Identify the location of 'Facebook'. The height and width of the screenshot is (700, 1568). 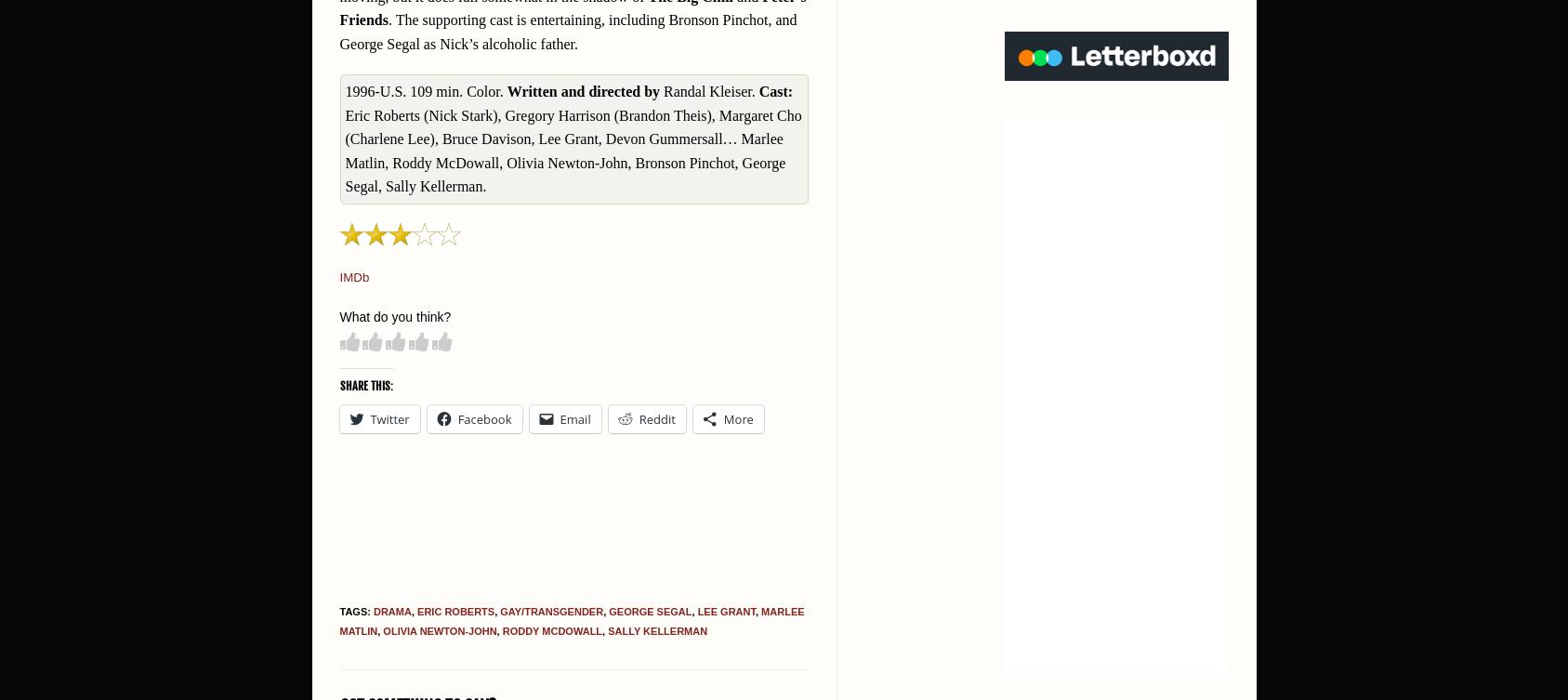
(482, 416).